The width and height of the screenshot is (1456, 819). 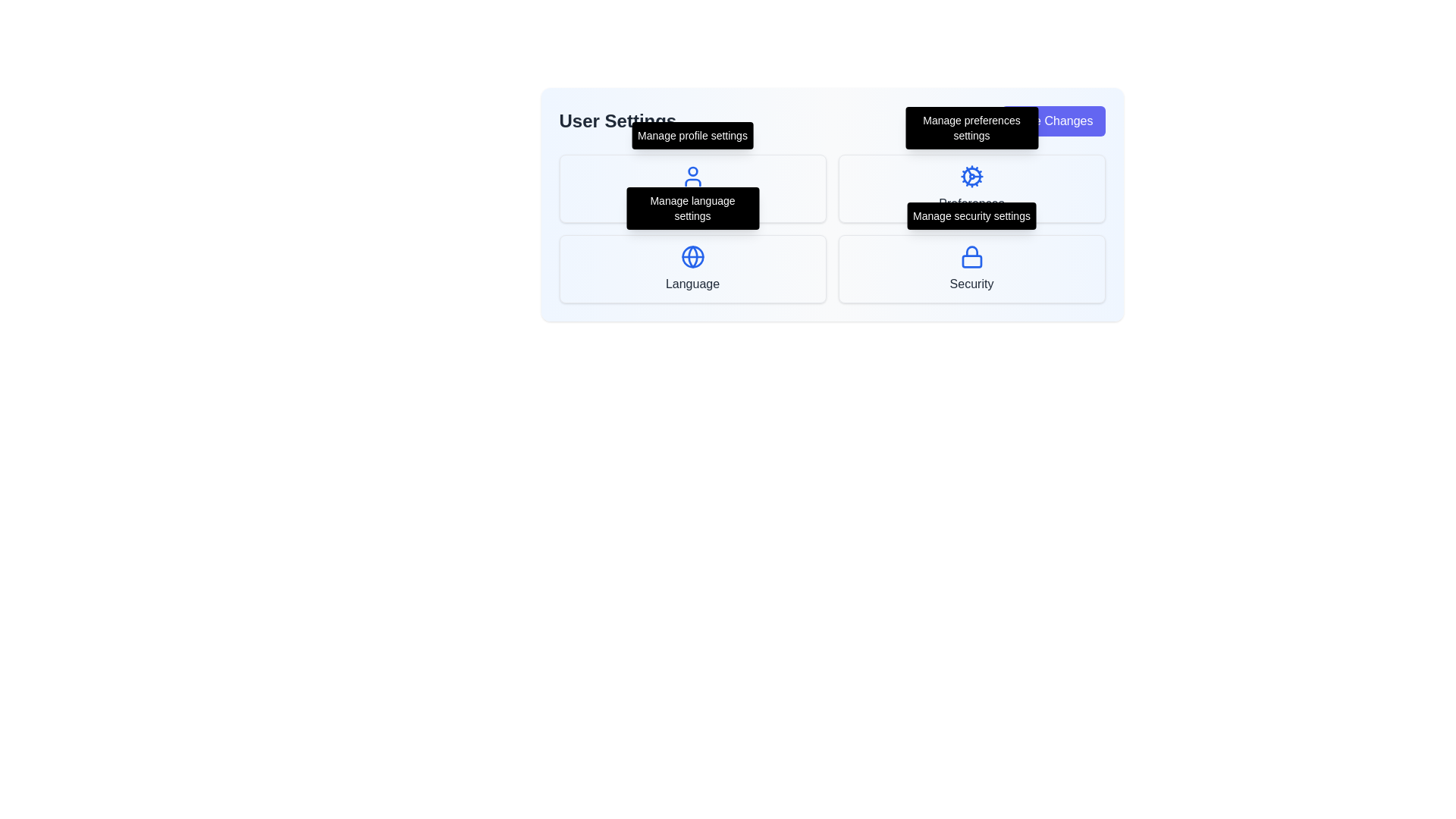 I want to click on the first card in the grid layout, so click(x=692, y=188).